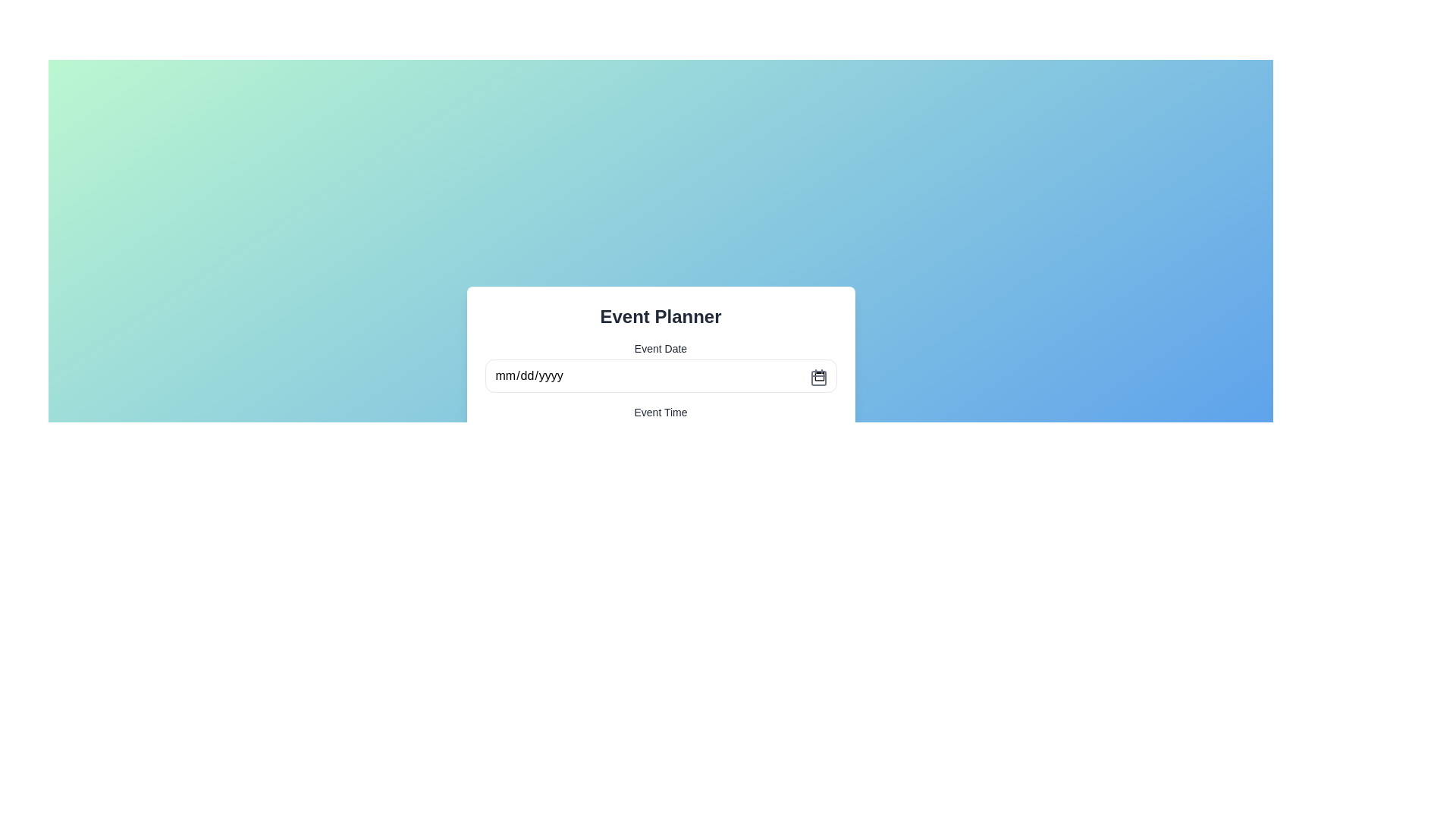 This screenshot has width=1456, height=819. What do you see at coordinates (661, 412) in the screenshot?
I see `the static text label that provides a description or title for the section below the 'Event Date' label` at bounding box center [661, 412].